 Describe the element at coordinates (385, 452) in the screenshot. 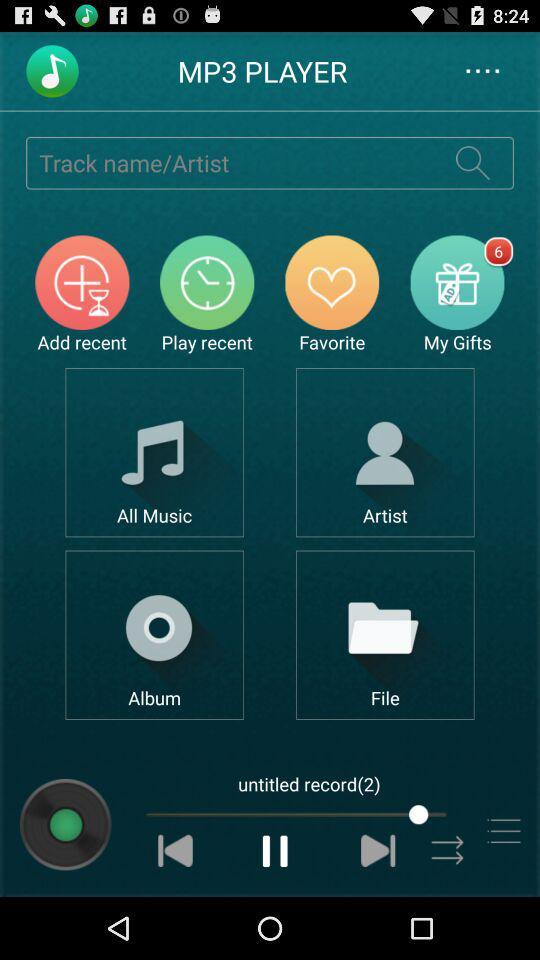

I see `open artist selection` at that location.